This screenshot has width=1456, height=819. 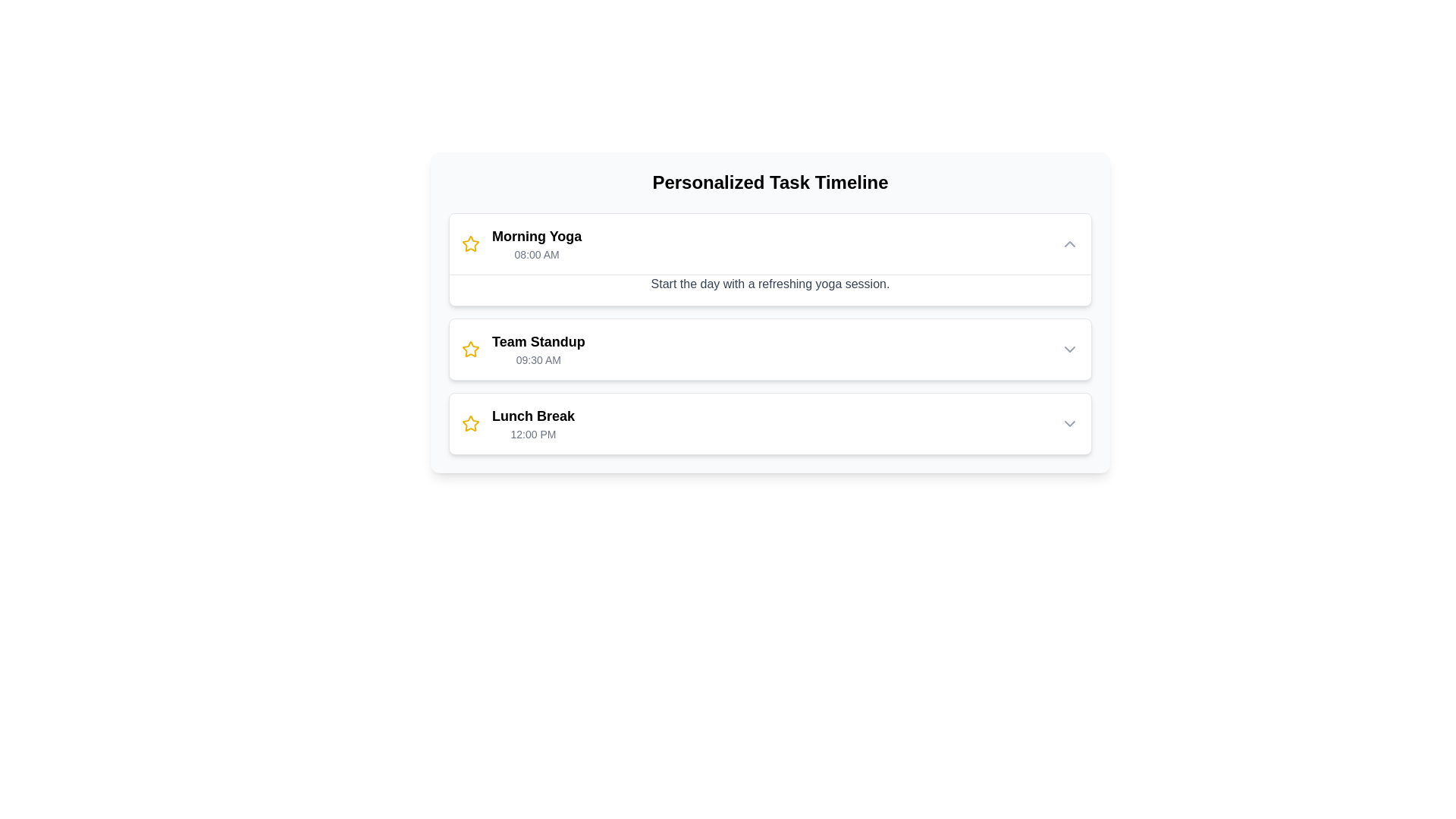 I want to click on the non-interactive text label displaying the time for the 'Team Standup' event, located on the second card in the vertical list of events, so click(x=538, y=359).